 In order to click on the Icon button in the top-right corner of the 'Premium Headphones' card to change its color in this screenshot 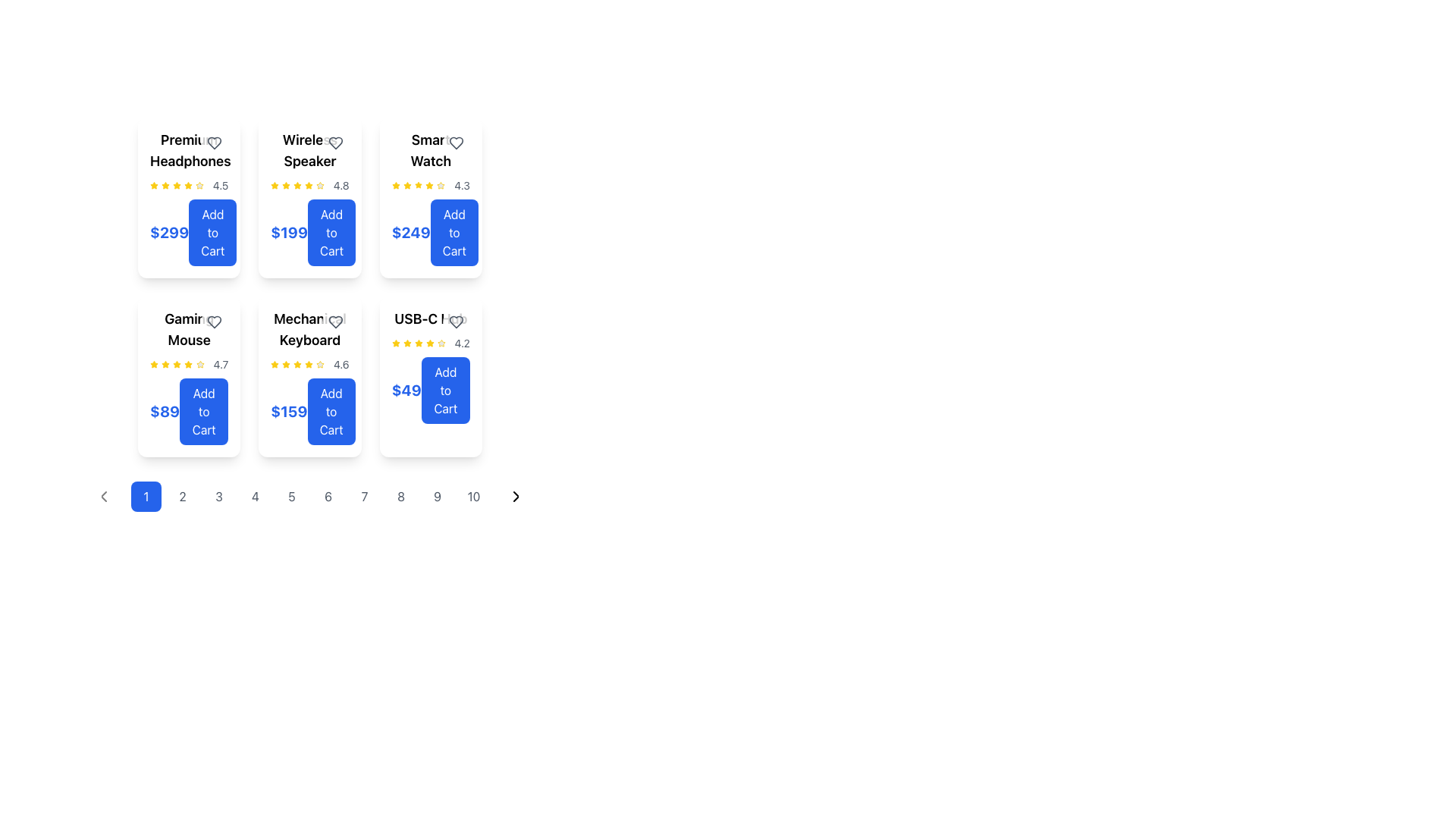, I will do `click(214, 143)`.